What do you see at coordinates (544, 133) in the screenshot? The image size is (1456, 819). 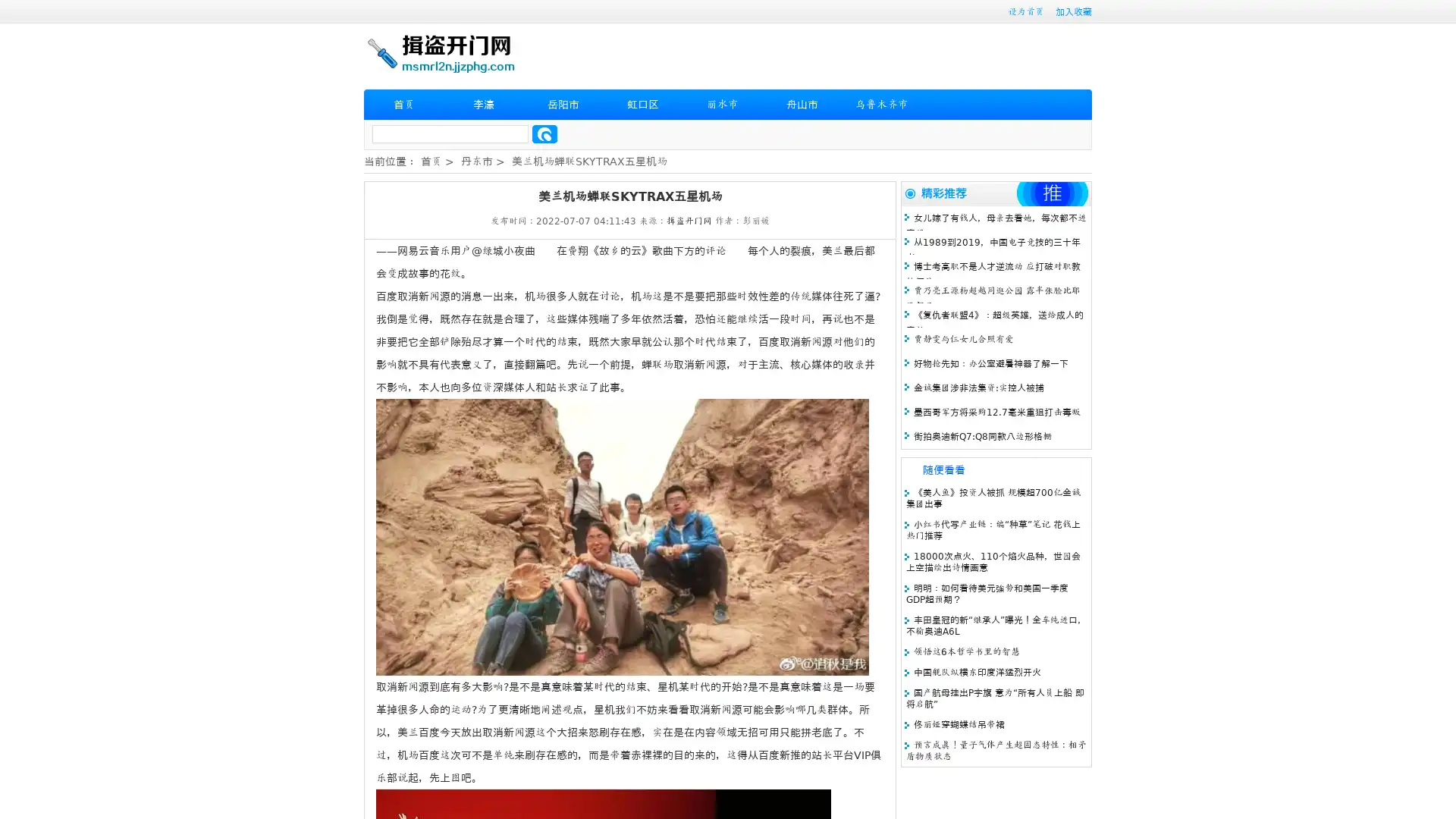 I see `Search` at bounding box center [544, 133].